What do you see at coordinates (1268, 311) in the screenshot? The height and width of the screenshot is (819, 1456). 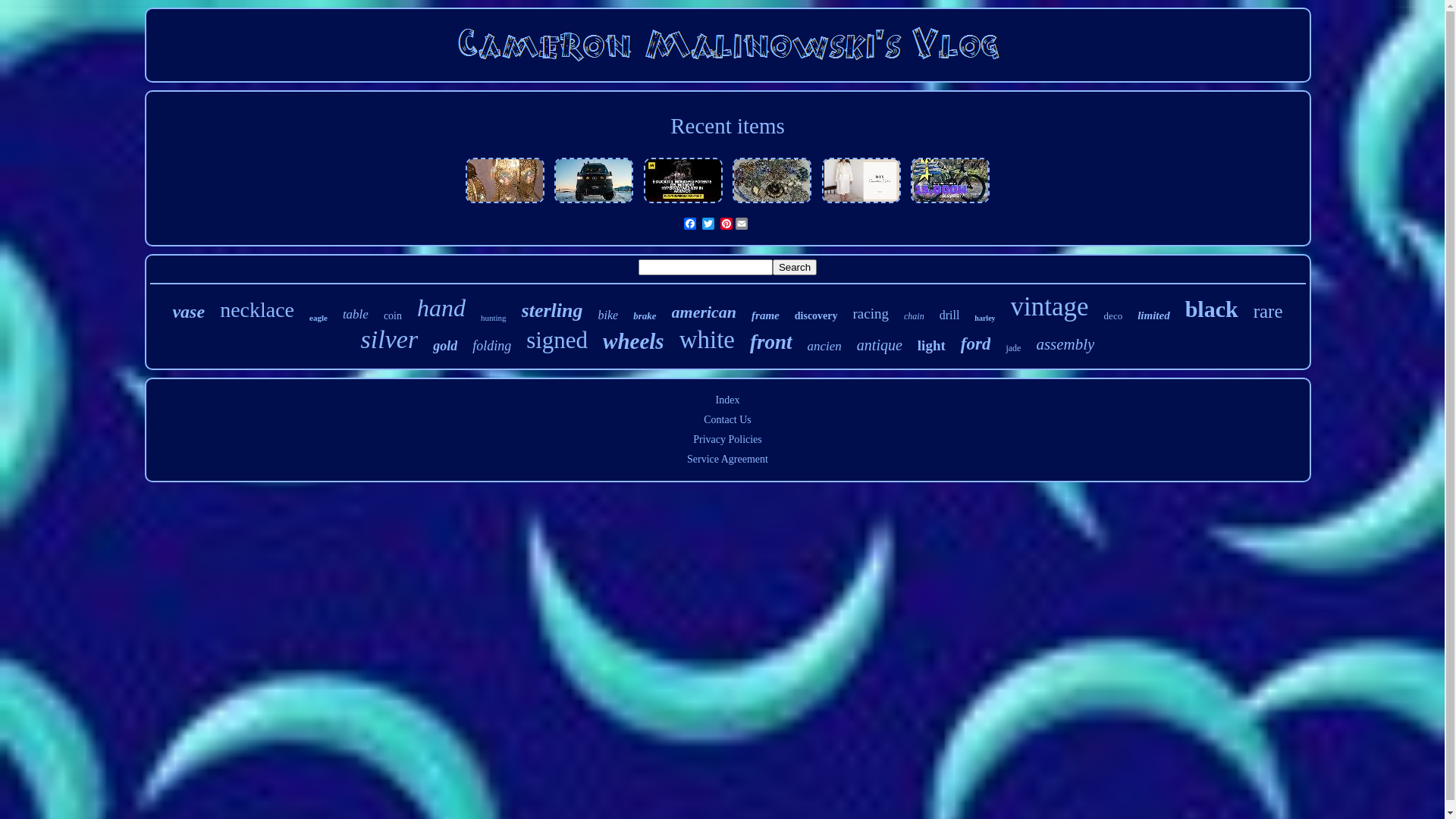 I see `'rare'` at bounding box center [1268, 311].